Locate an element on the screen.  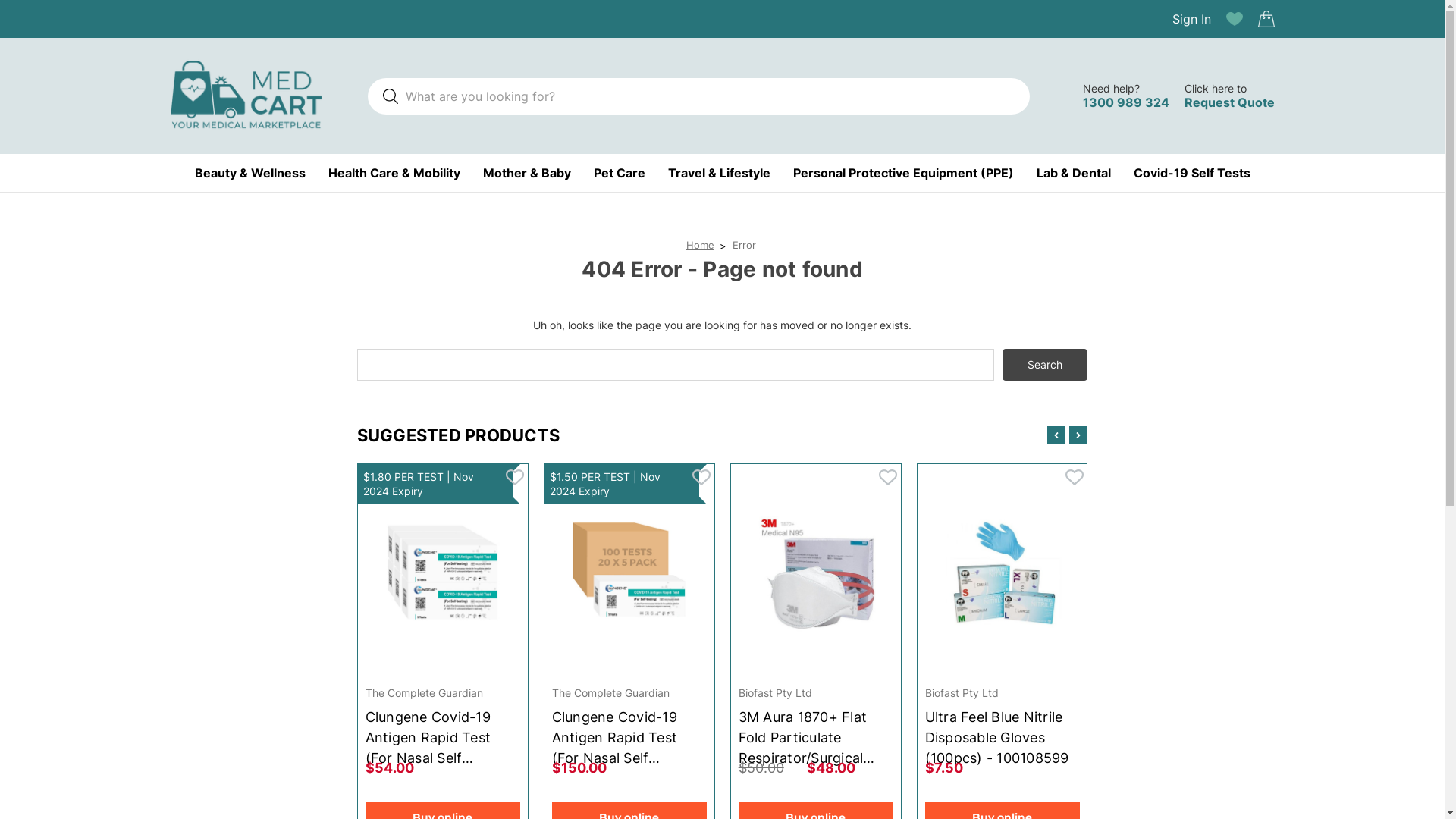
'MedCart' is located at coordinates (246, 96).